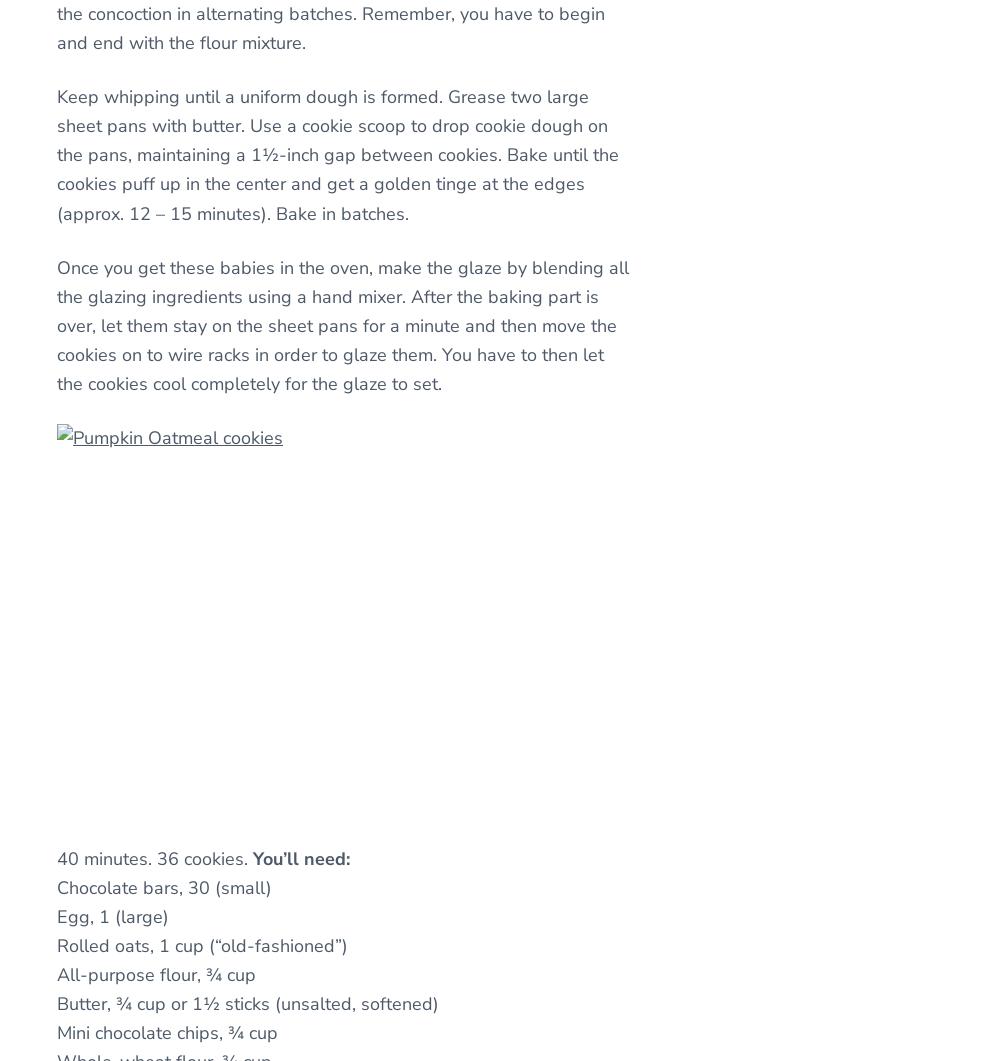 This screenshot has height=1061, width=984. What do you see at coordinates (164, 885) in the screenshot?
I see `'Chocolate bars, 30 (small)'` at bounding box center [164, 885].